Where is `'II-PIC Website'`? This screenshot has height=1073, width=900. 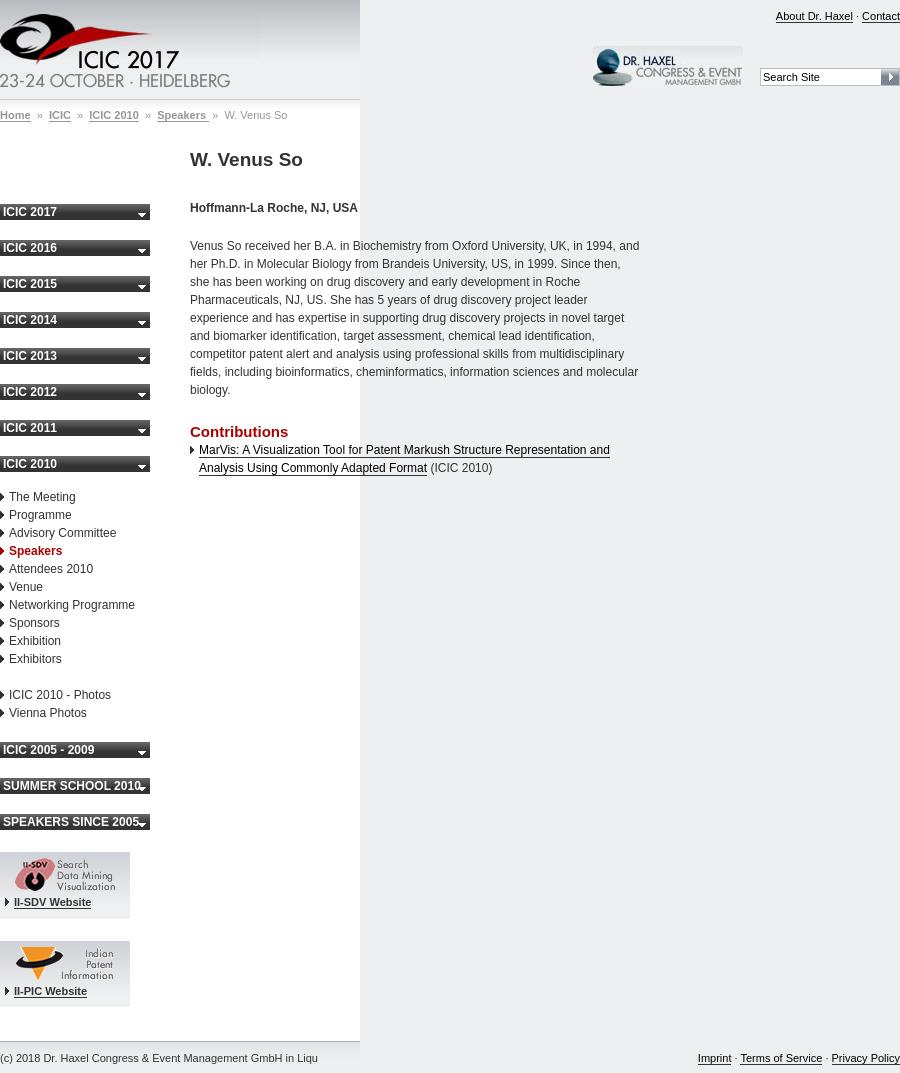 'II-PIC Website' is located at coordinates (49, 988).